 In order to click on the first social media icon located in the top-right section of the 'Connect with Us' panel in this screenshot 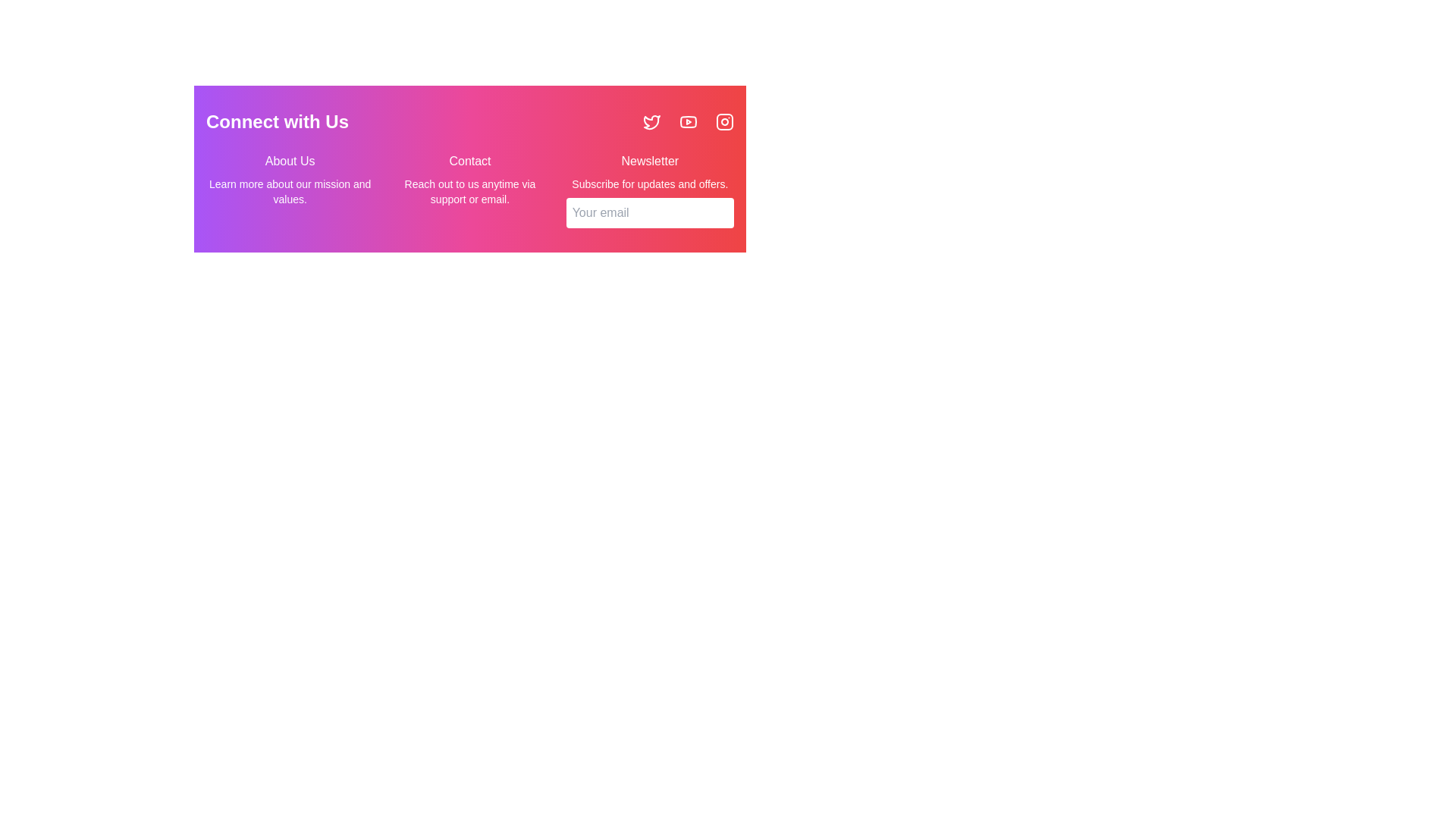, I will do `click(651, 121)`.